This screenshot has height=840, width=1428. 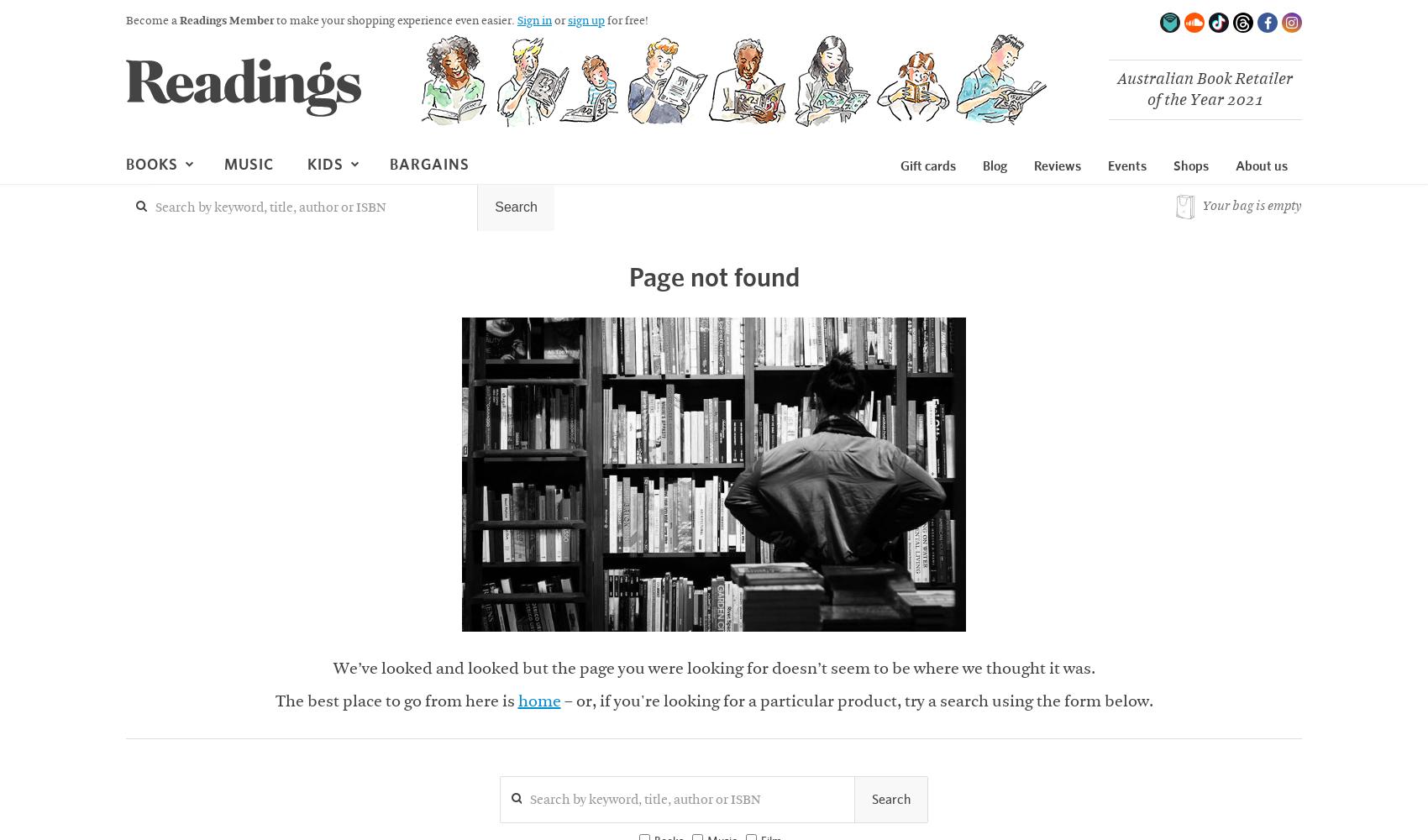 What do you see at coordinates (152, 21) in the screenshot?
I see `'Become a'` at bounding box center [152, 21].